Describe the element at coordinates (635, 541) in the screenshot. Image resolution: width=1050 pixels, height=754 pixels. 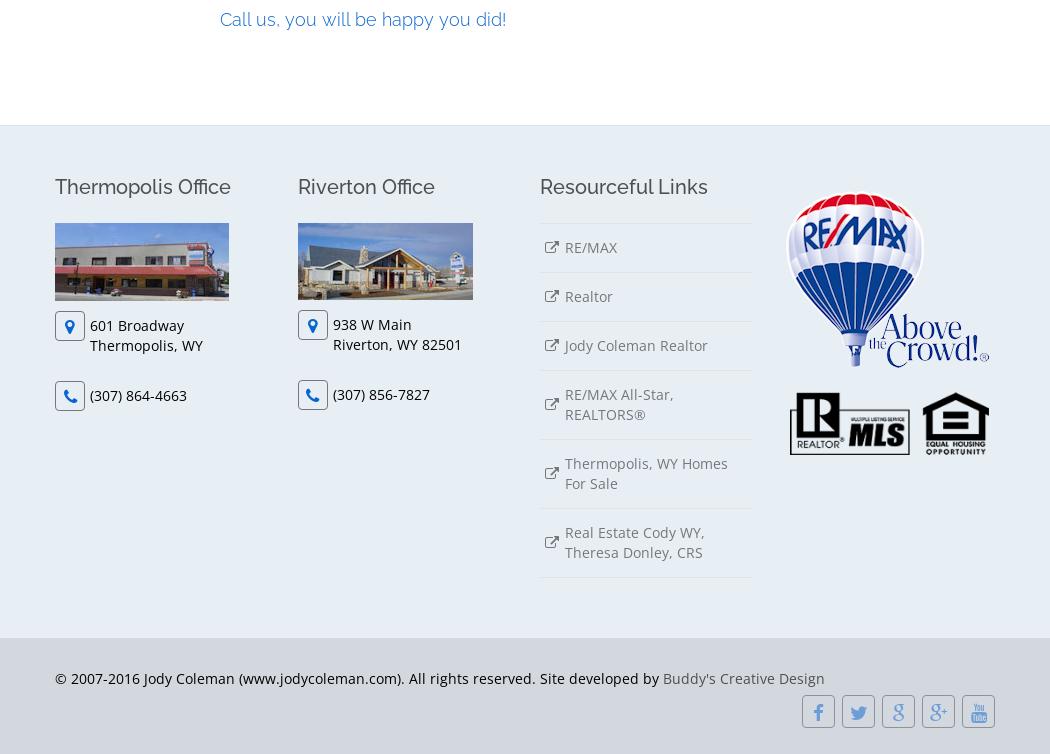
I see `'Real Estate Cody WY, Theresa Donley, CRS'` at that location.